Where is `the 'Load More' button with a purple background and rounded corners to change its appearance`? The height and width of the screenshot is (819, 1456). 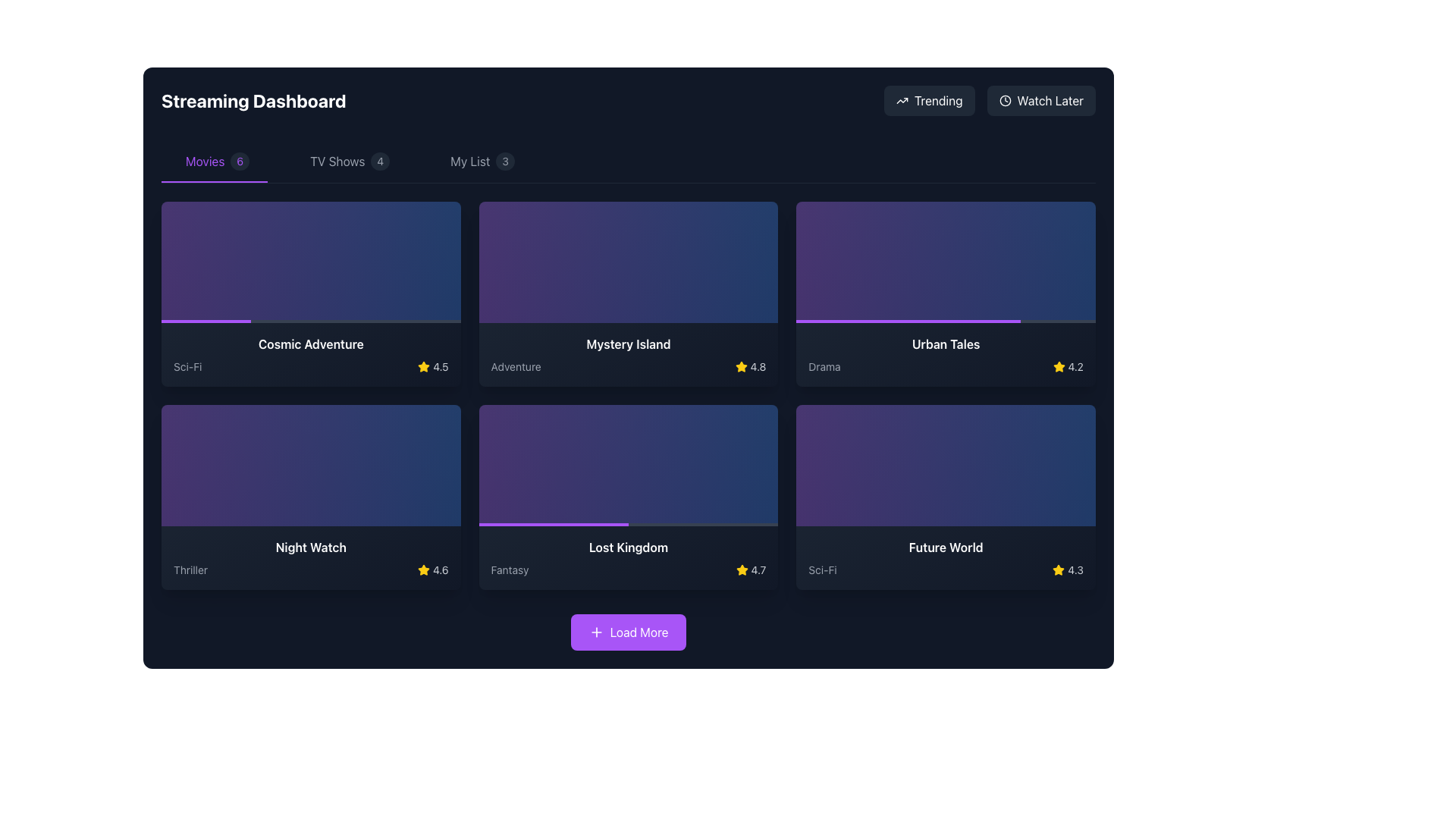 the 'Load More' button with a purple background and rounded corners to change its appearance is located at coordinates (629, 632).